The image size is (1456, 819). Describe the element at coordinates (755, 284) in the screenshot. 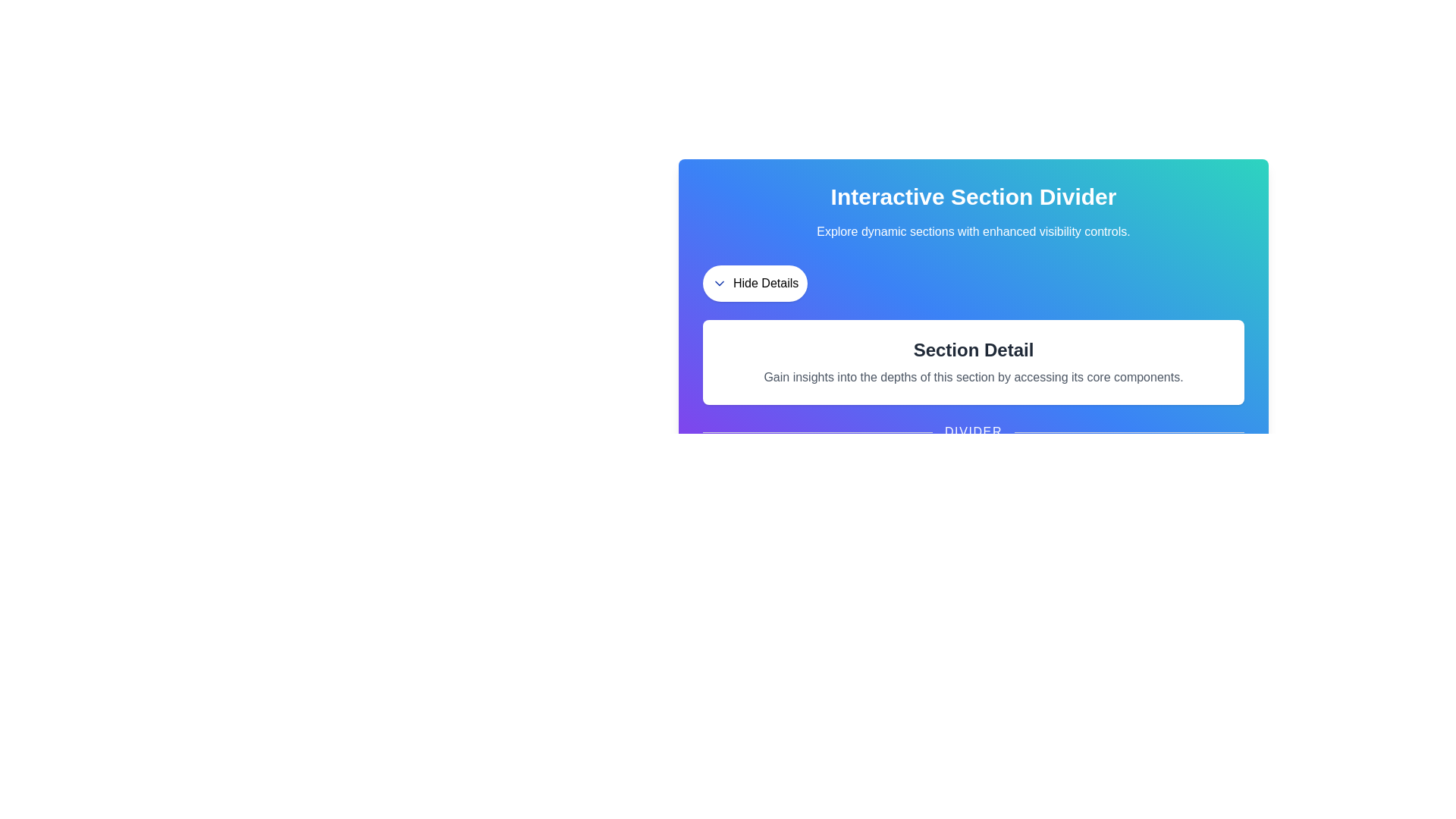

I see `the 'Hide Details' button, which has a white background, rounded edges, and features a downward-pointing blue arrow icon` at that location.